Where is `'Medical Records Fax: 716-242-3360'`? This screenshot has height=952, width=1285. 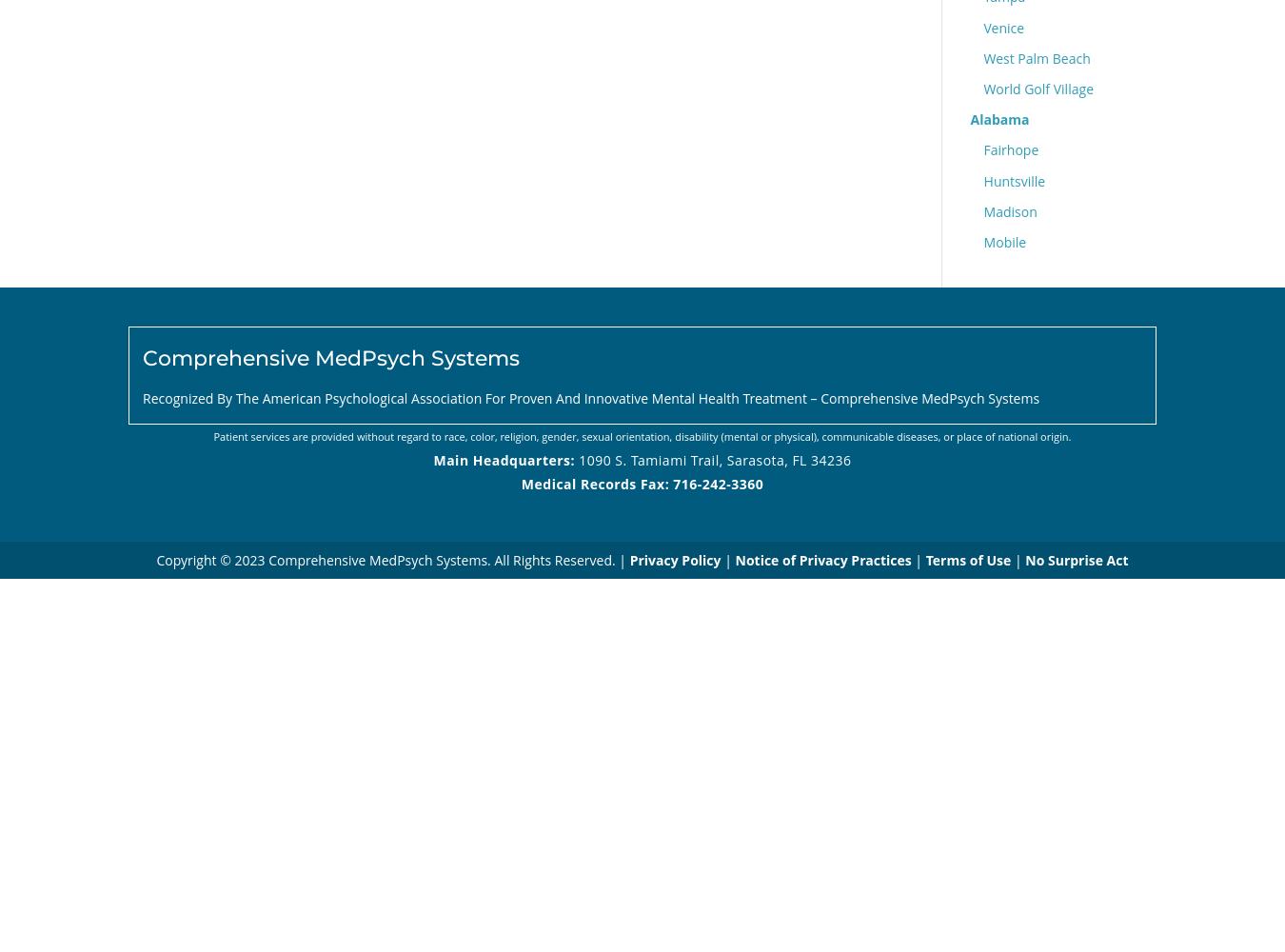 'Medical Records Fax: 716-242-3360' is located at coordinates (642, 484).